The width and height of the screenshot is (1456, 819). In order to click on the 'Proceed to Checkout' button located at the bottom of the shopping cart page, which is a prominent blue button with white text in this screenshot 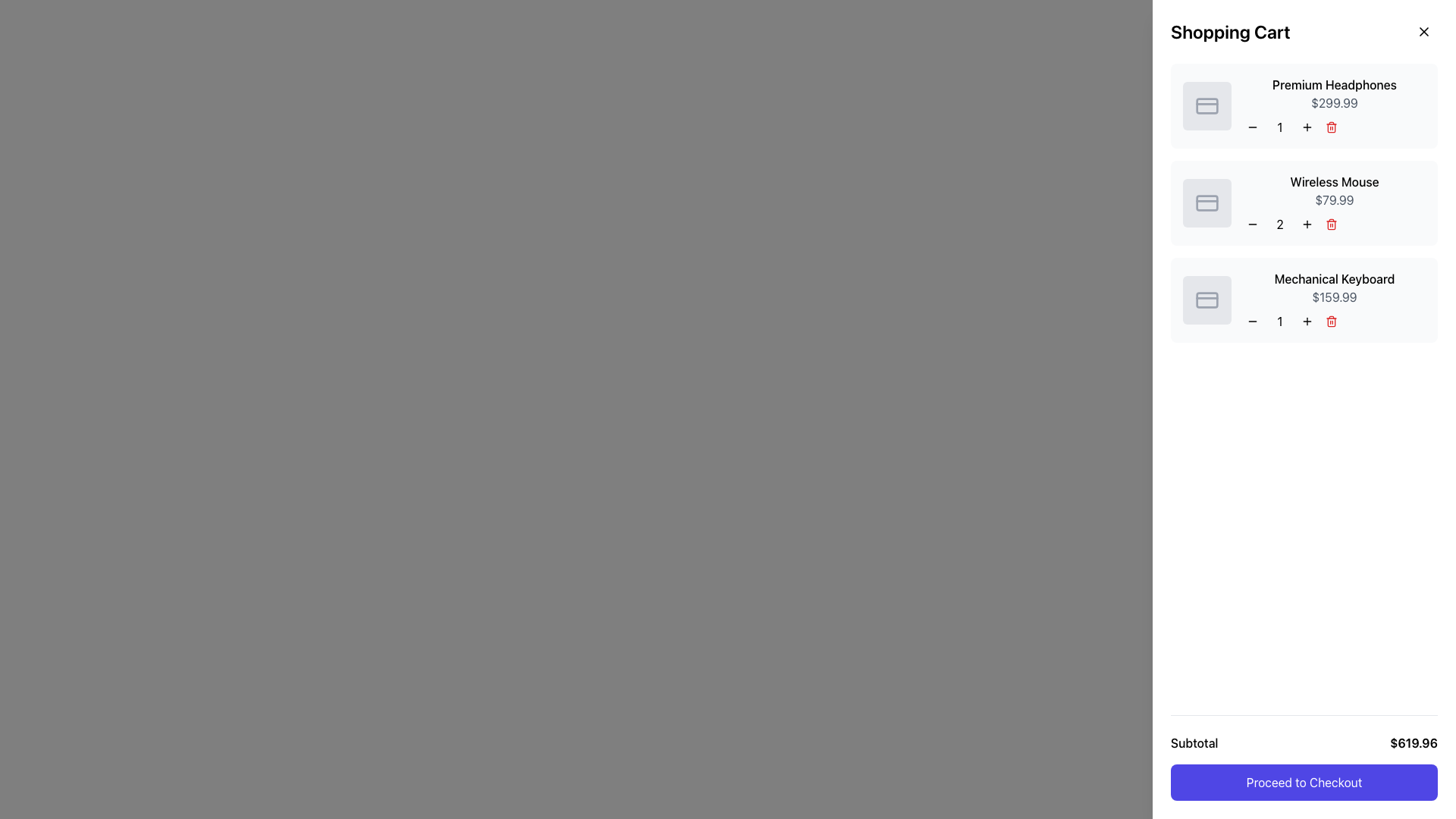, I will do `click(1303, 758)`.